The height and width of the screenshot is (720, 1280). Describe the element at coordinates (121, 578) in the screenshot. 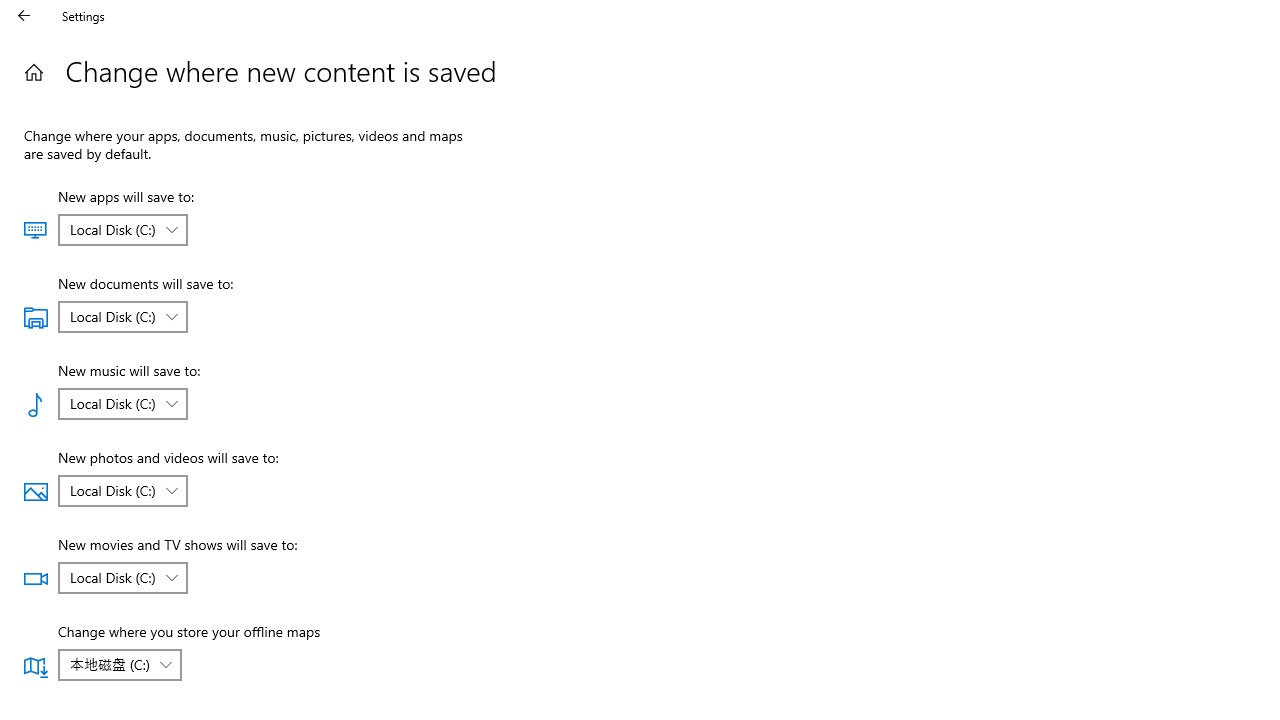

I see `'New movies and TV shows will save to:'` at that location.